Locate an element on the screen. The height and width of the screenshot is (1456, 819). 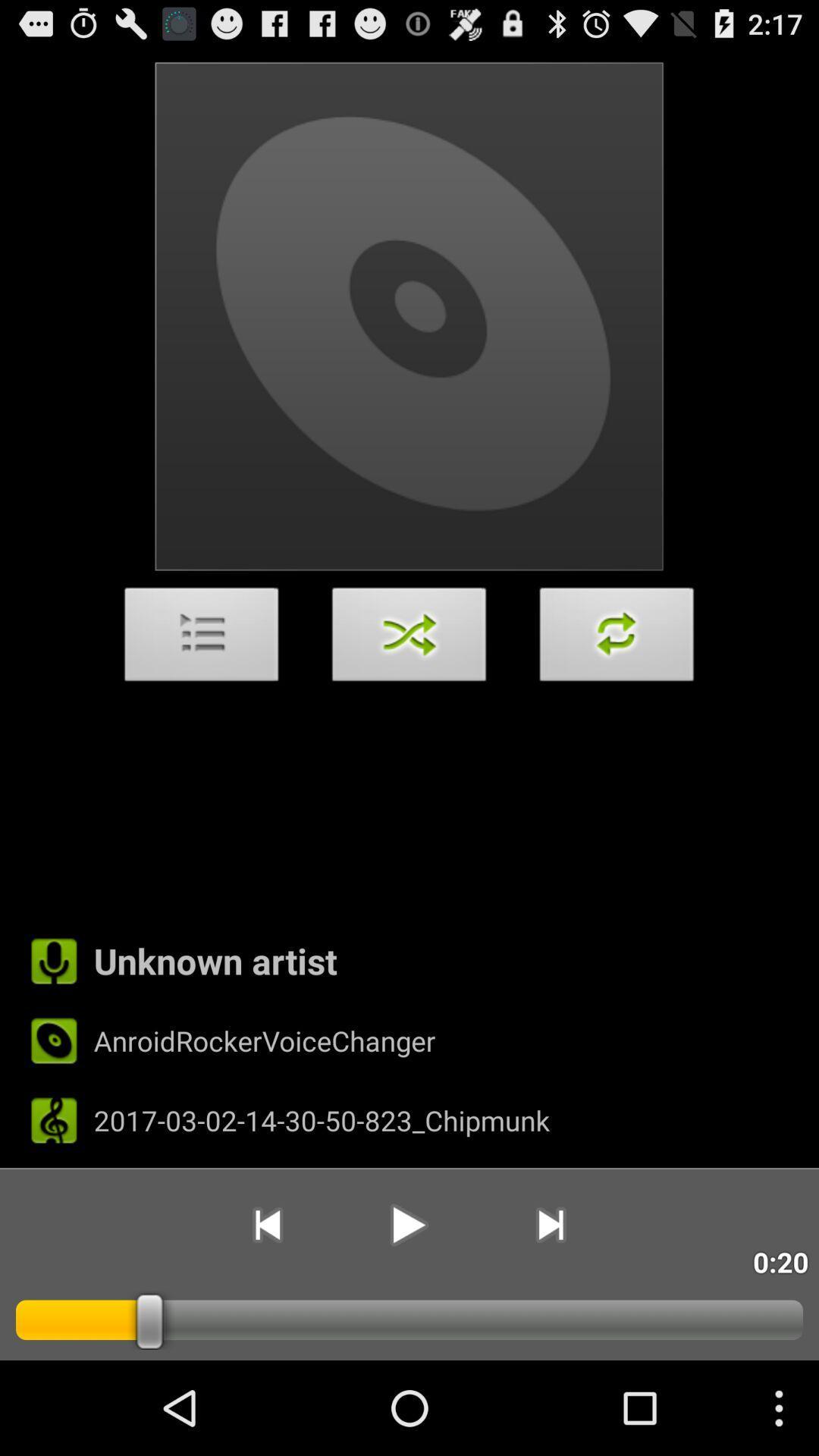
the list icon is located at coordinates (201, 682).